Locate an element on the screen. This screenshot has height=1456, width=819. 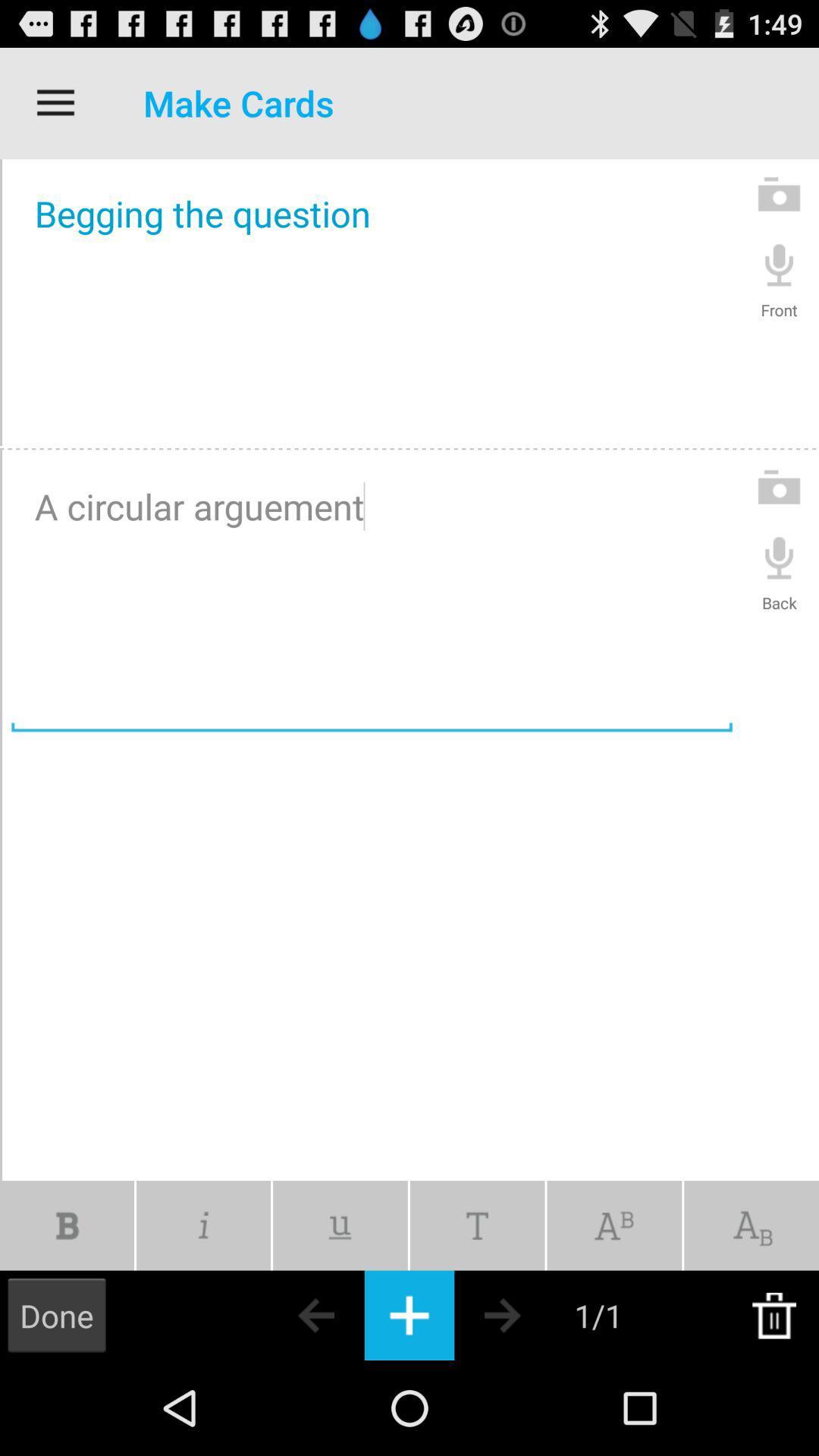
the photo icon is located at coordinates (779, 521).